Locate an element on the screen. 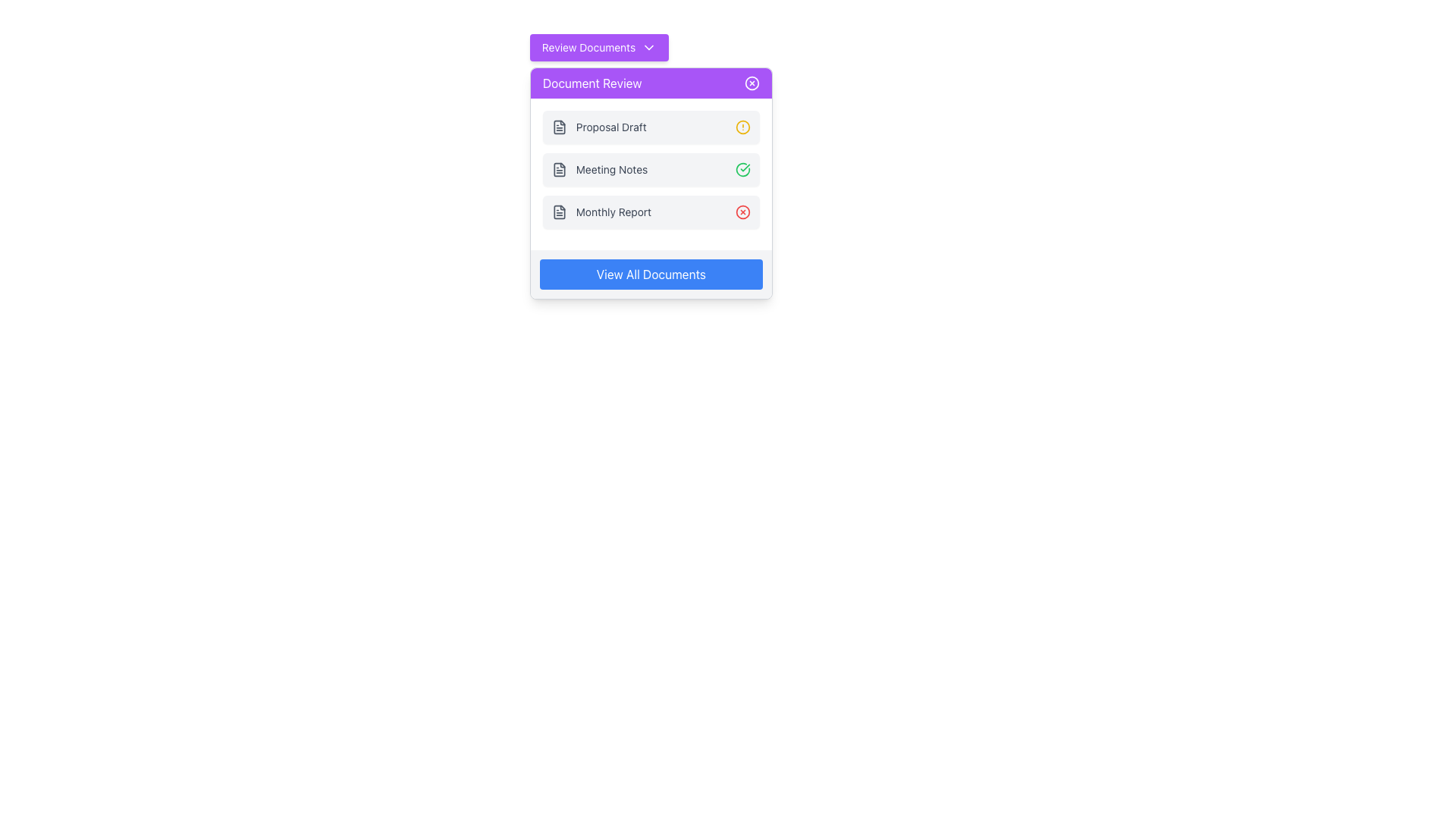  the rectangular button with a vibrant blue background and white bold text reading 'View All Documents' located at the bottom of the Document Review pop-up is located at coordinates (651, 275).